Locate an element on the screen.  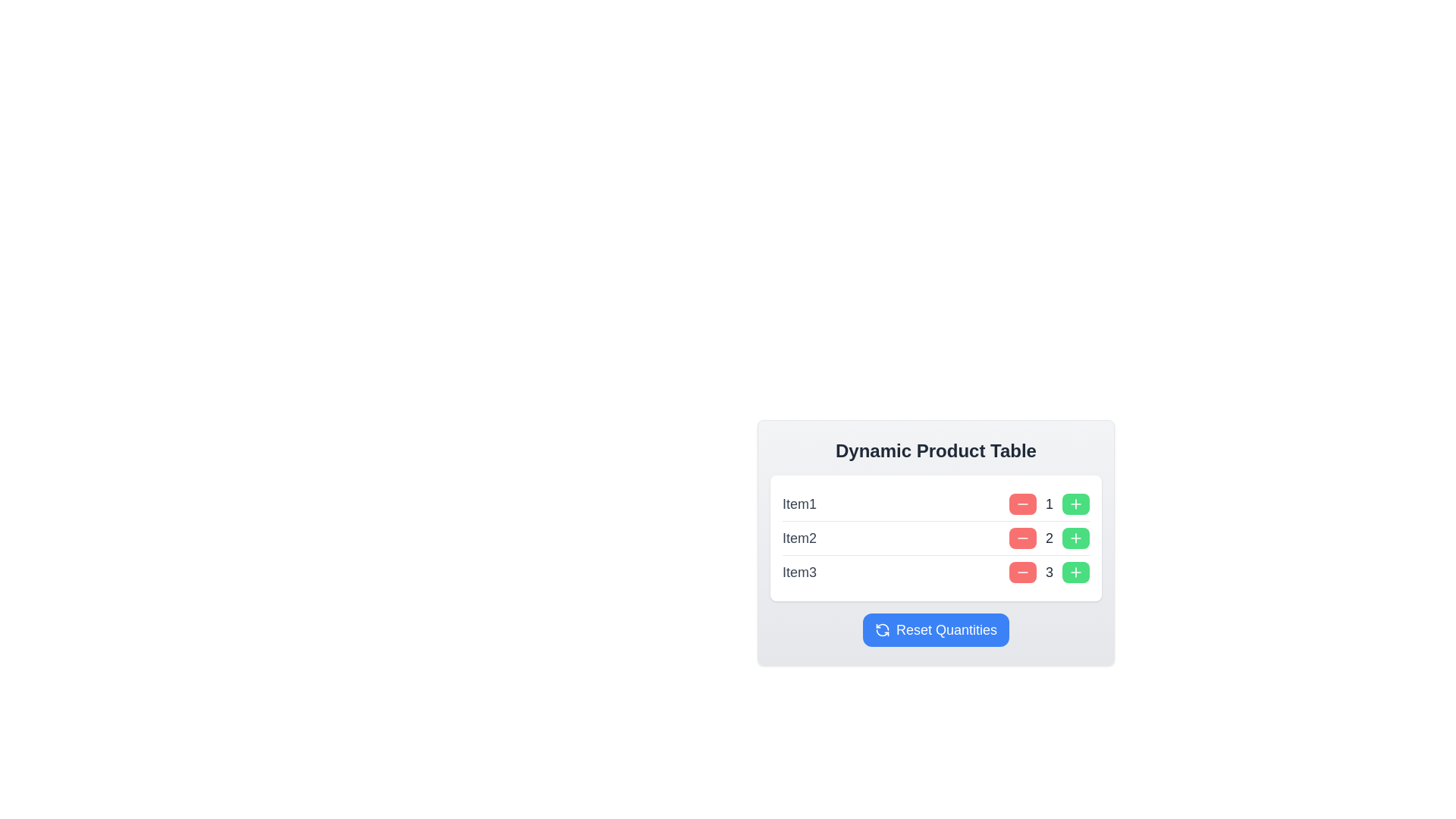
the reset button located at the bottom of the product table to interact with its tooltip is located at coordinates (935, 629).